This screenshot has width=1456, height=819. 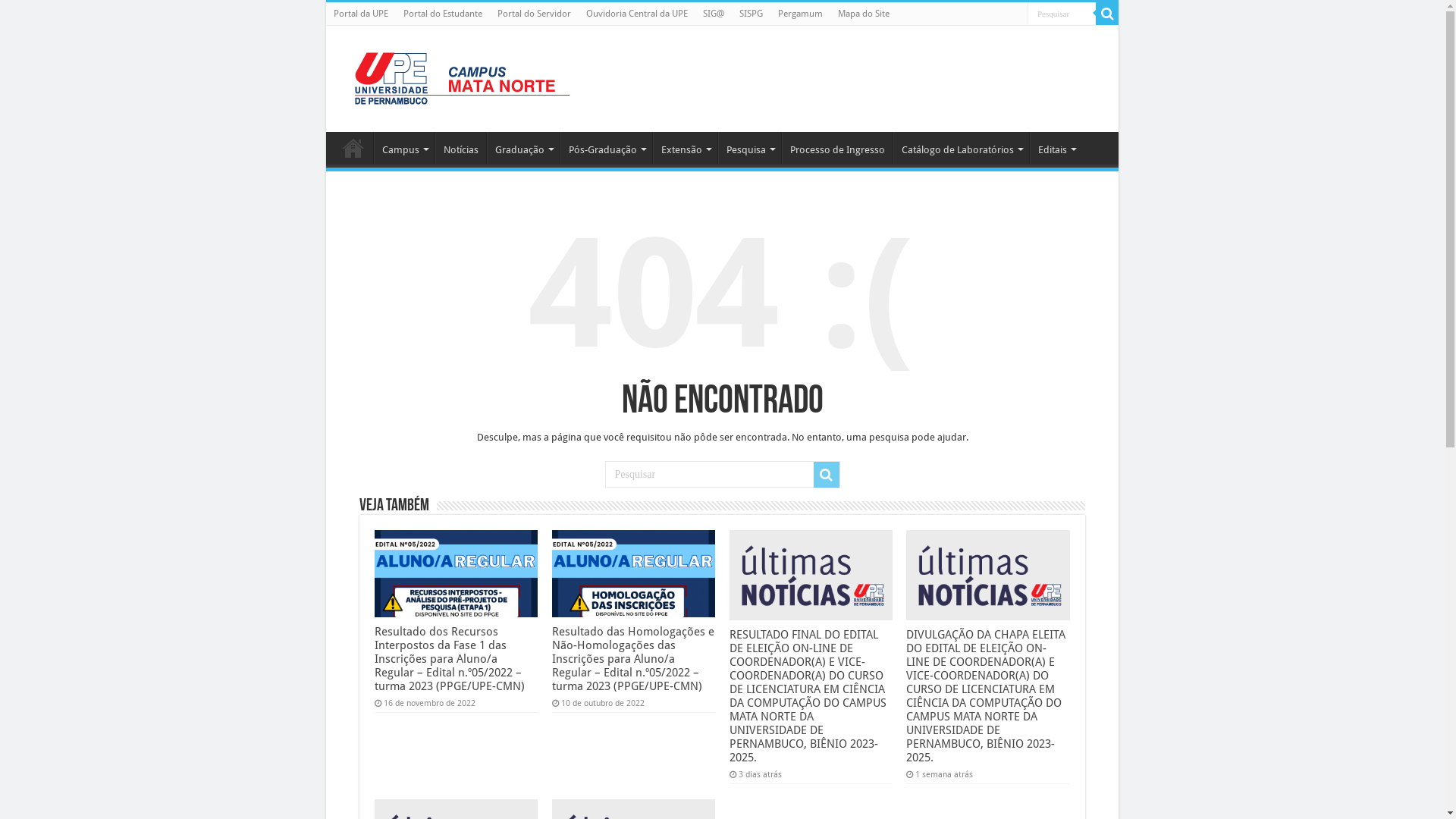 What do you see at coordinates (782, 148) in the screenshot?
I see `'Processo de Ingresso'` at bounding box center [782, 148].